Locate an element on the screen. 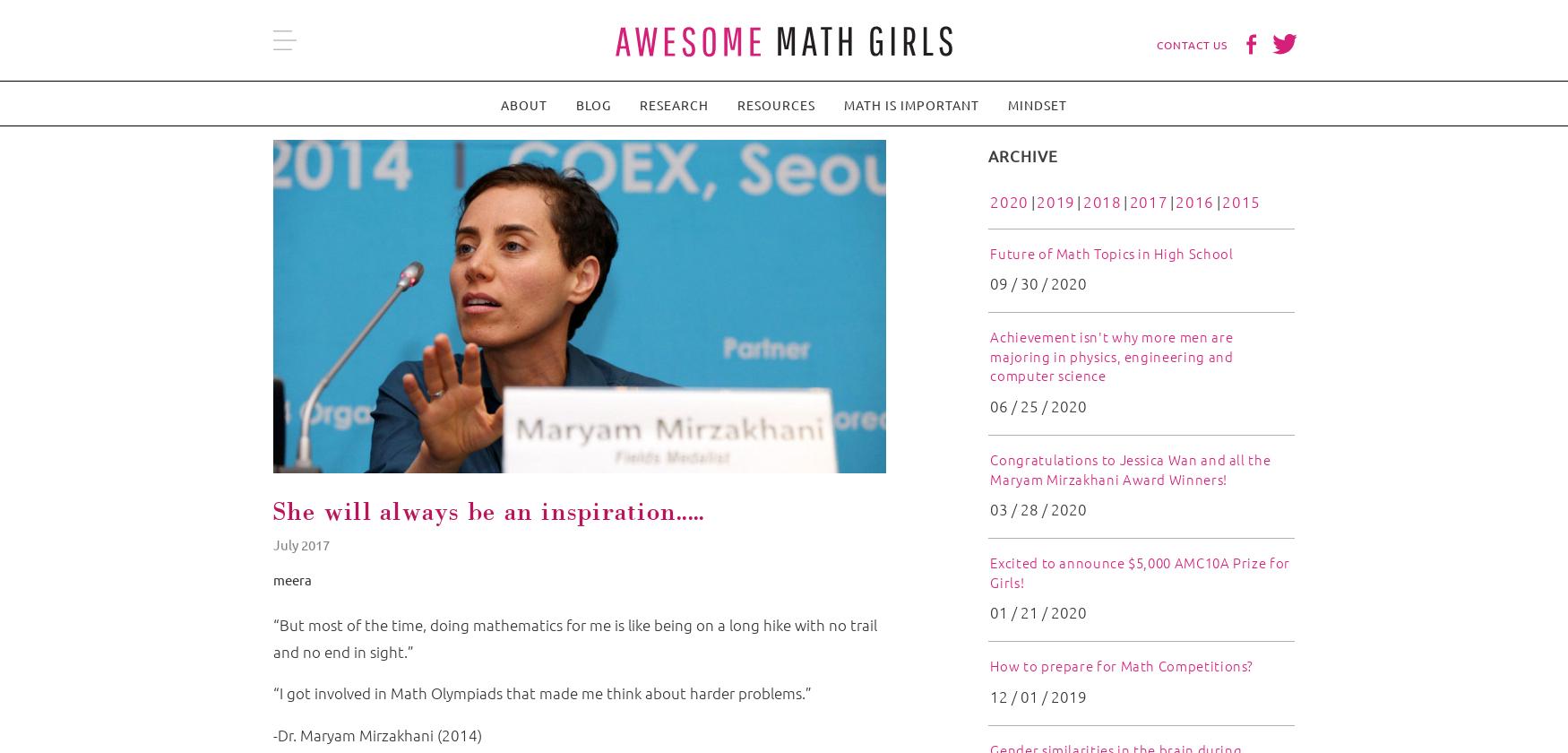 The image size is (1568, 753). 'meera' is located at coordinates (292, 578).